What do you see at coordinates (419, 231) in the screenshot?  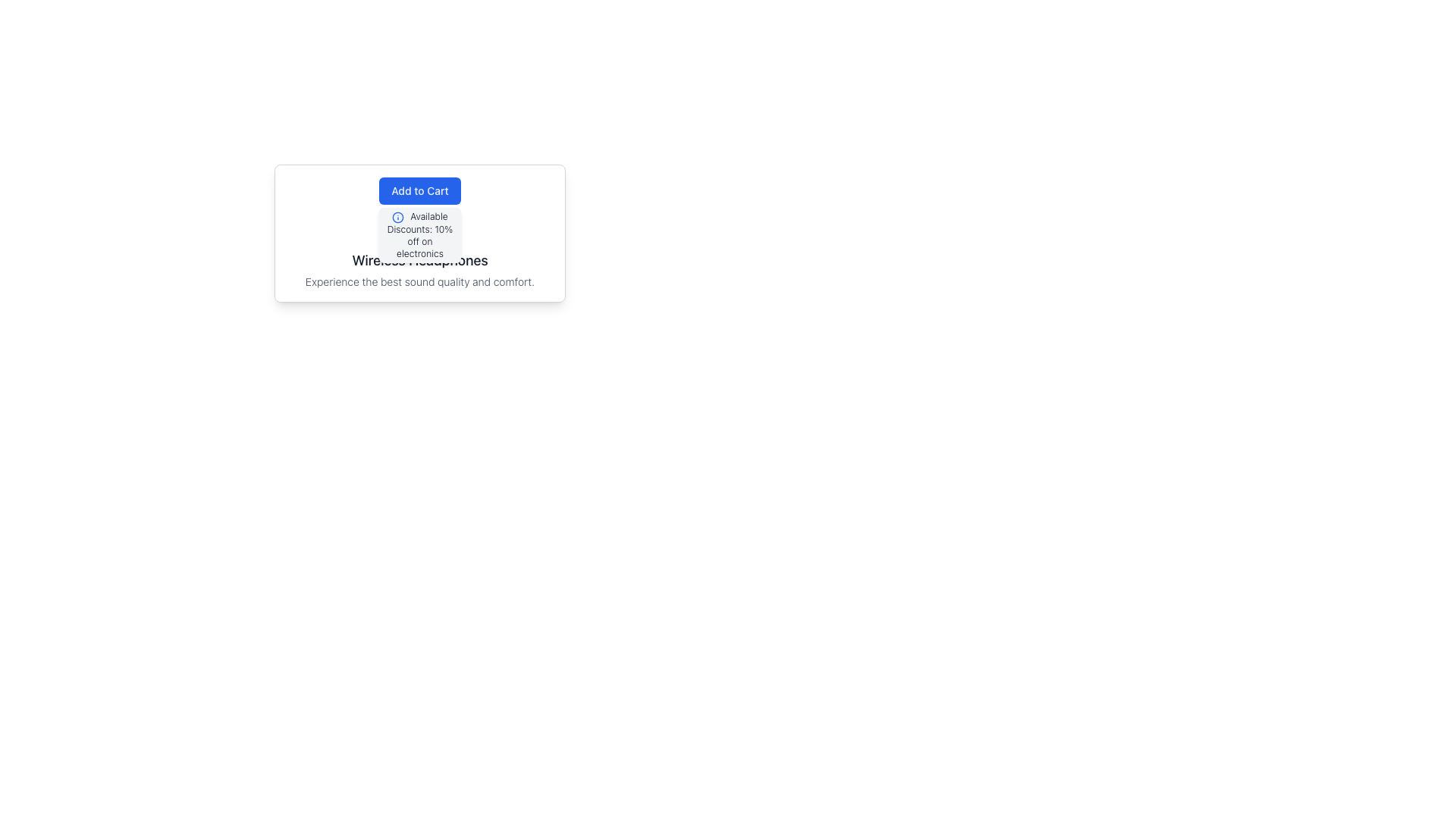 I see `the shopping cart icon located above the 'Wireless Headphones' text, which has a transparent background and gray stroke color` at bounding box center [419, 231].